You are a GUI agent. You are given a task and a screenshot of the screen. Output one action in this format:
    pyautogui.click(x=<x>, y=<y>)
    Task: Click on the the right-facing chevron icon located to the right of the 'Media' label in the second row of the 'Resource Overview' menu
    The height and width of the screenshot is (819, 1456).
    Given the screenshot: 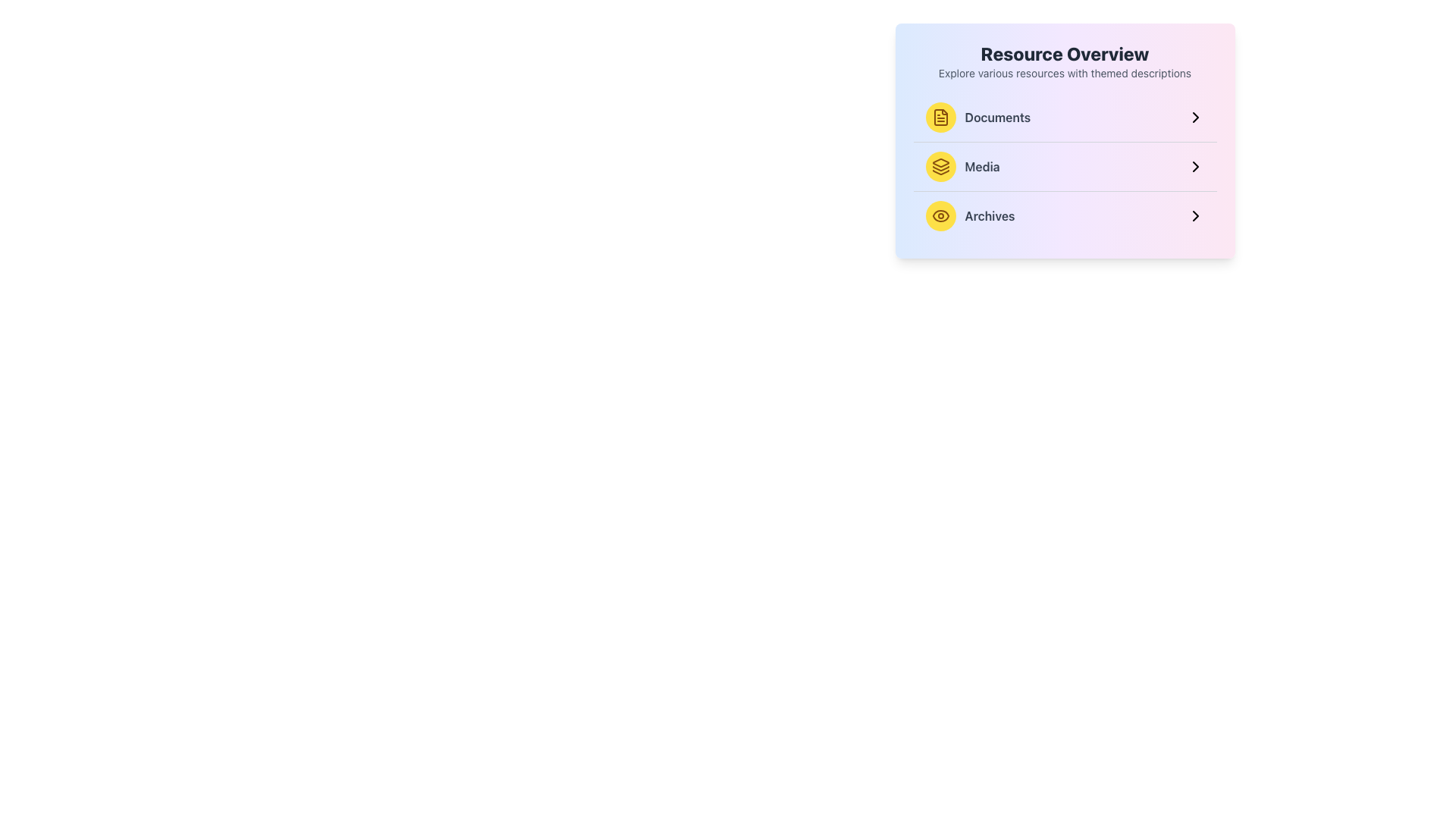 What is the action you would take?
    pyautogui.click(x=1194, y=166)
    